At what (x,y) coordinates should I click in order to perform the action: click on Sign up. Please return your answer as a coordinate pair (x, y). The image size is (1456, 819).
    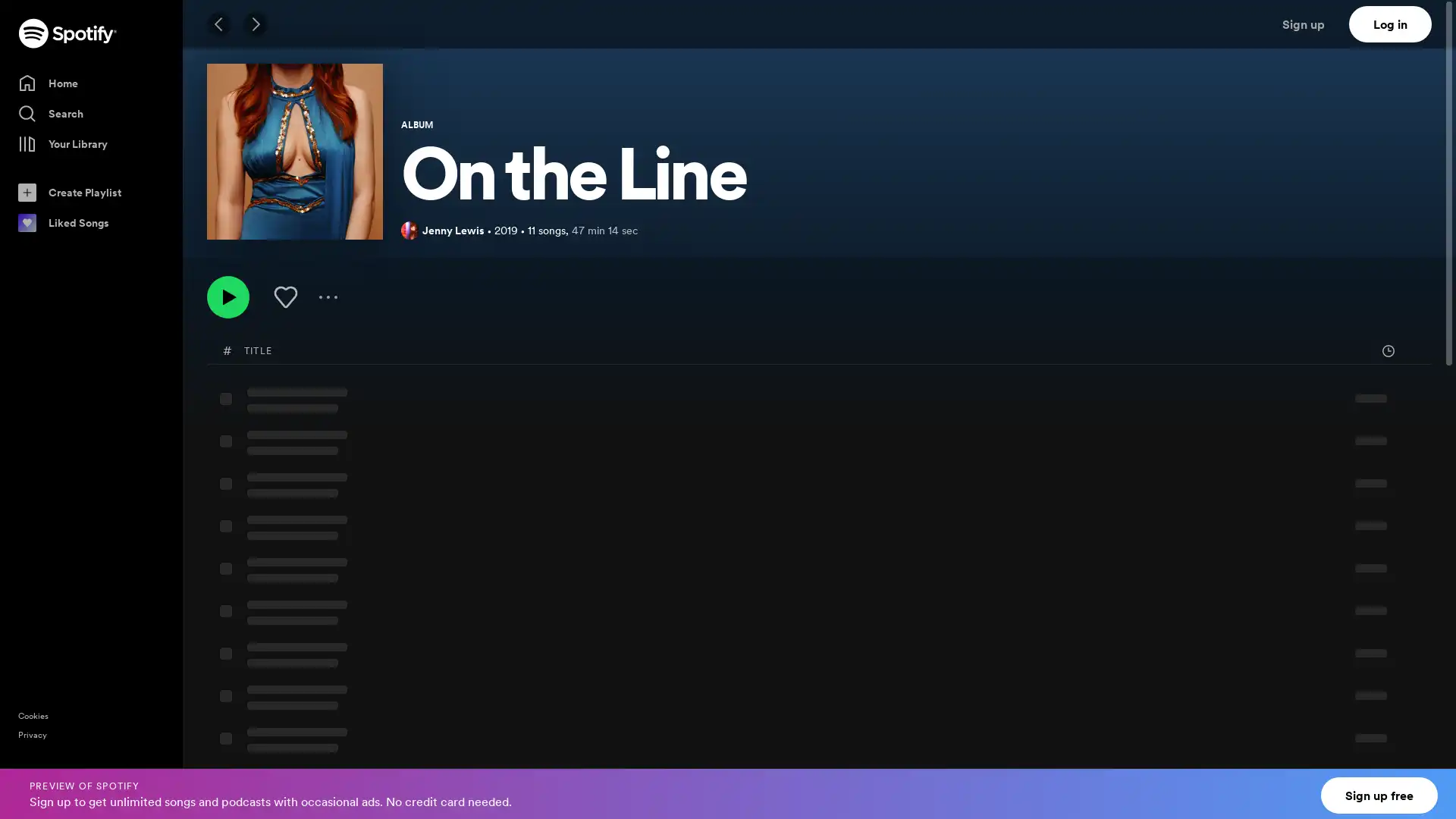
    Looking at the image, I should click on (1312, 24).